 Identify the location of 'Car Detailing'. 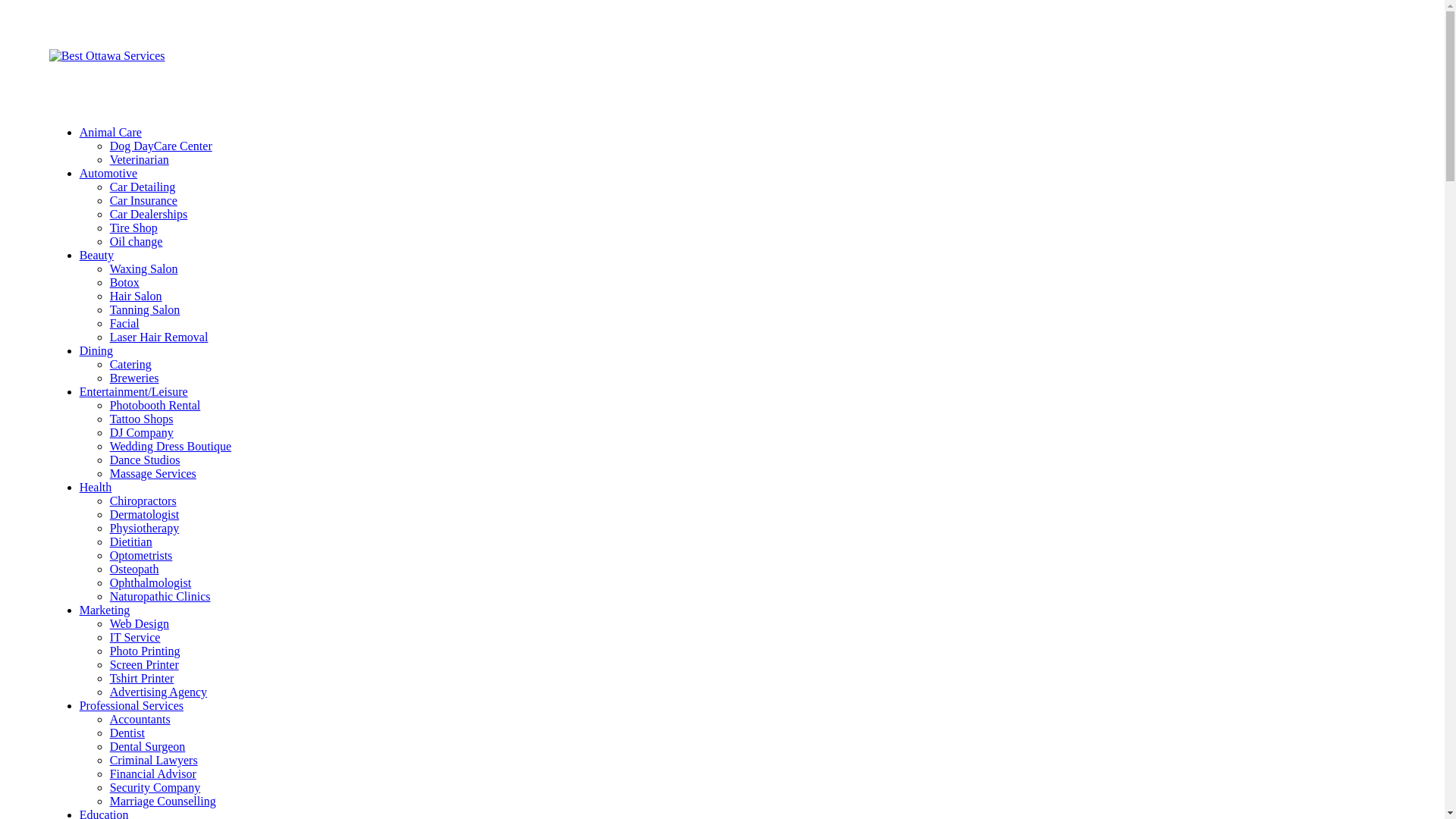
(143, 186).